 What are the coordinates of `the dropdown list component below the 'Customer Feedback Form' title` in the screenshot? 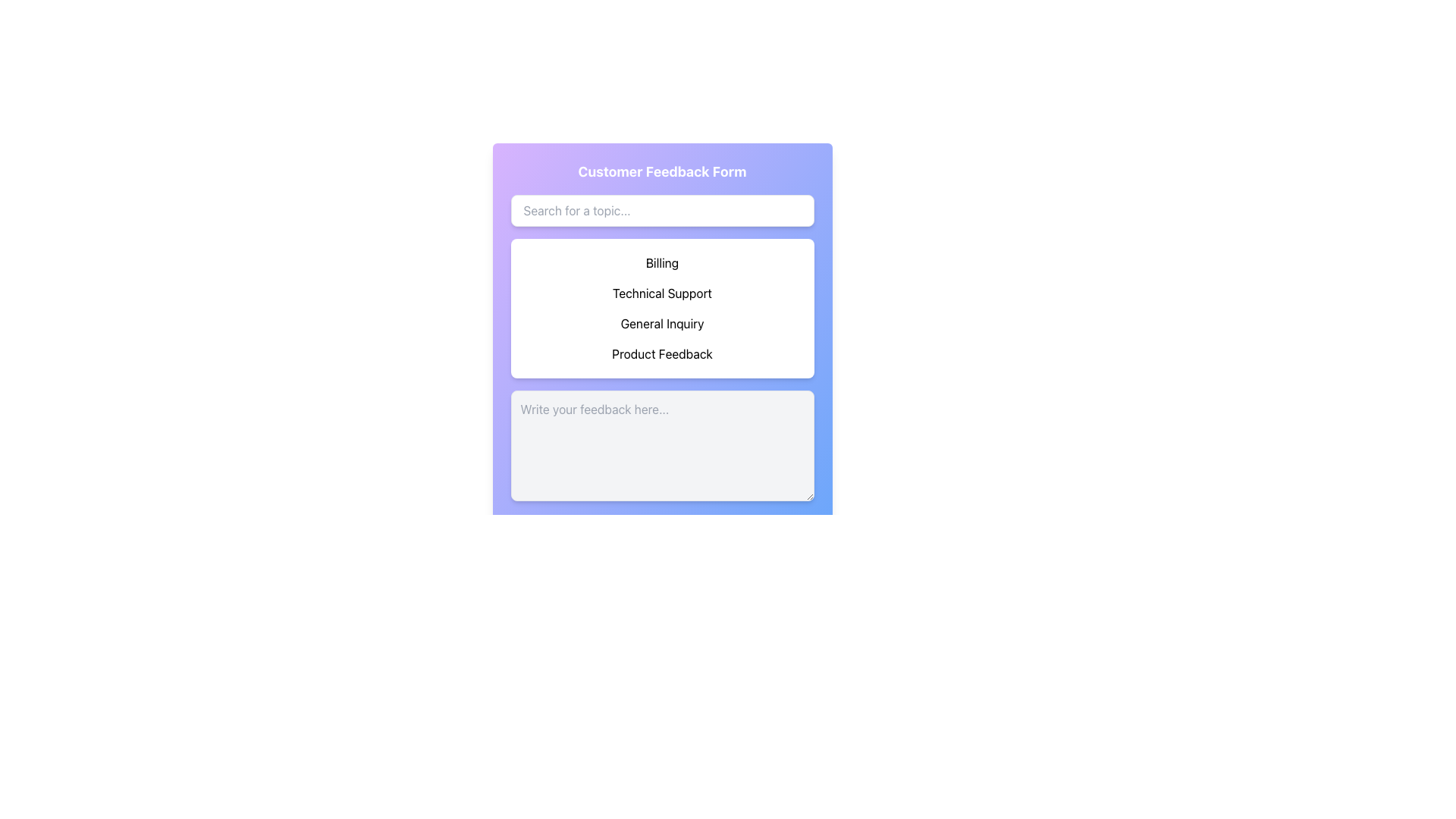 It's located at (662, 308).